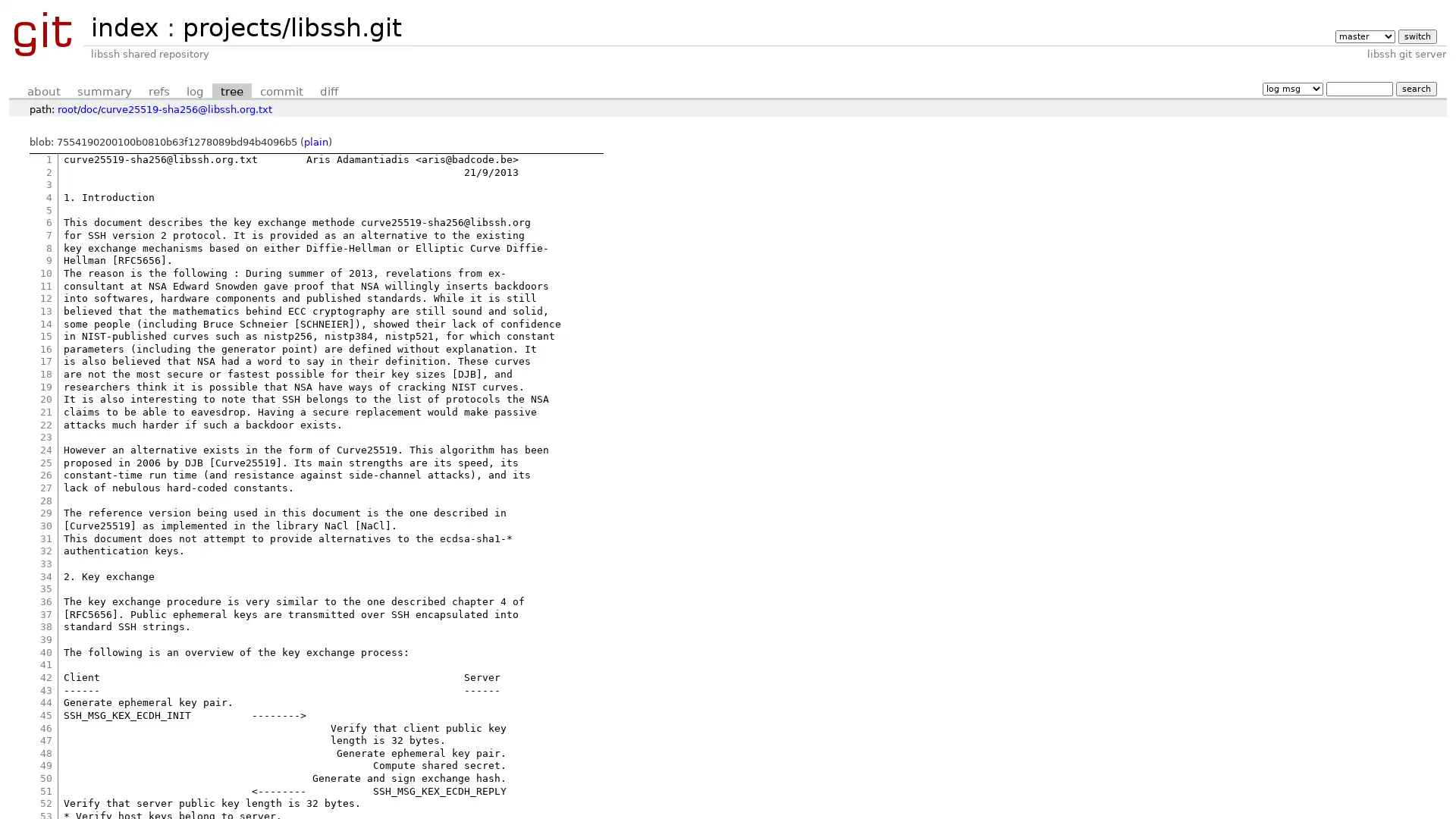  Describe the element at coordinates (1416, 36) in the screenshot. I see `switch` at that location.